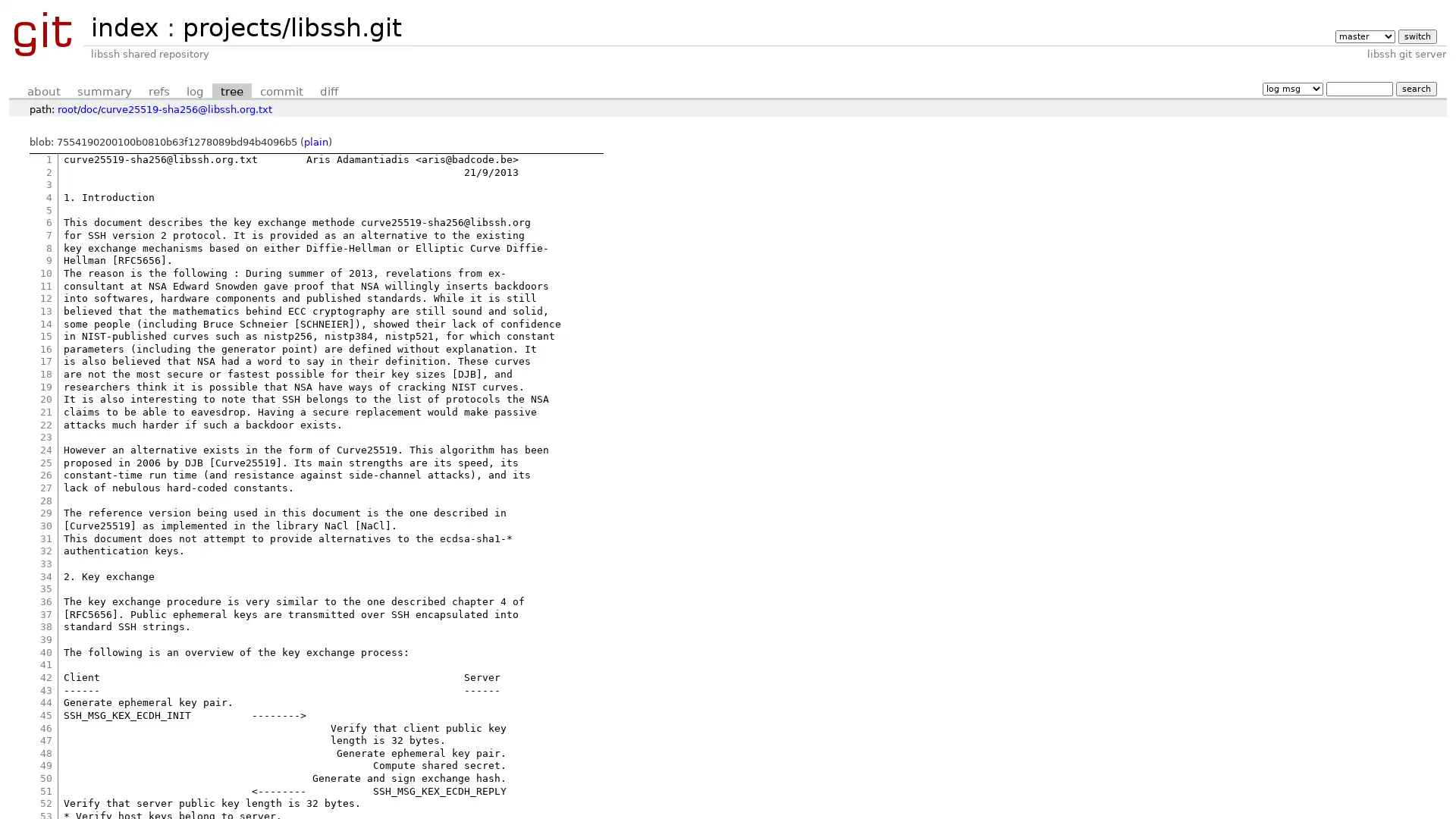  Describe the element at coordinates (1416, 36) in the screenshot. I see `switch` at that location.